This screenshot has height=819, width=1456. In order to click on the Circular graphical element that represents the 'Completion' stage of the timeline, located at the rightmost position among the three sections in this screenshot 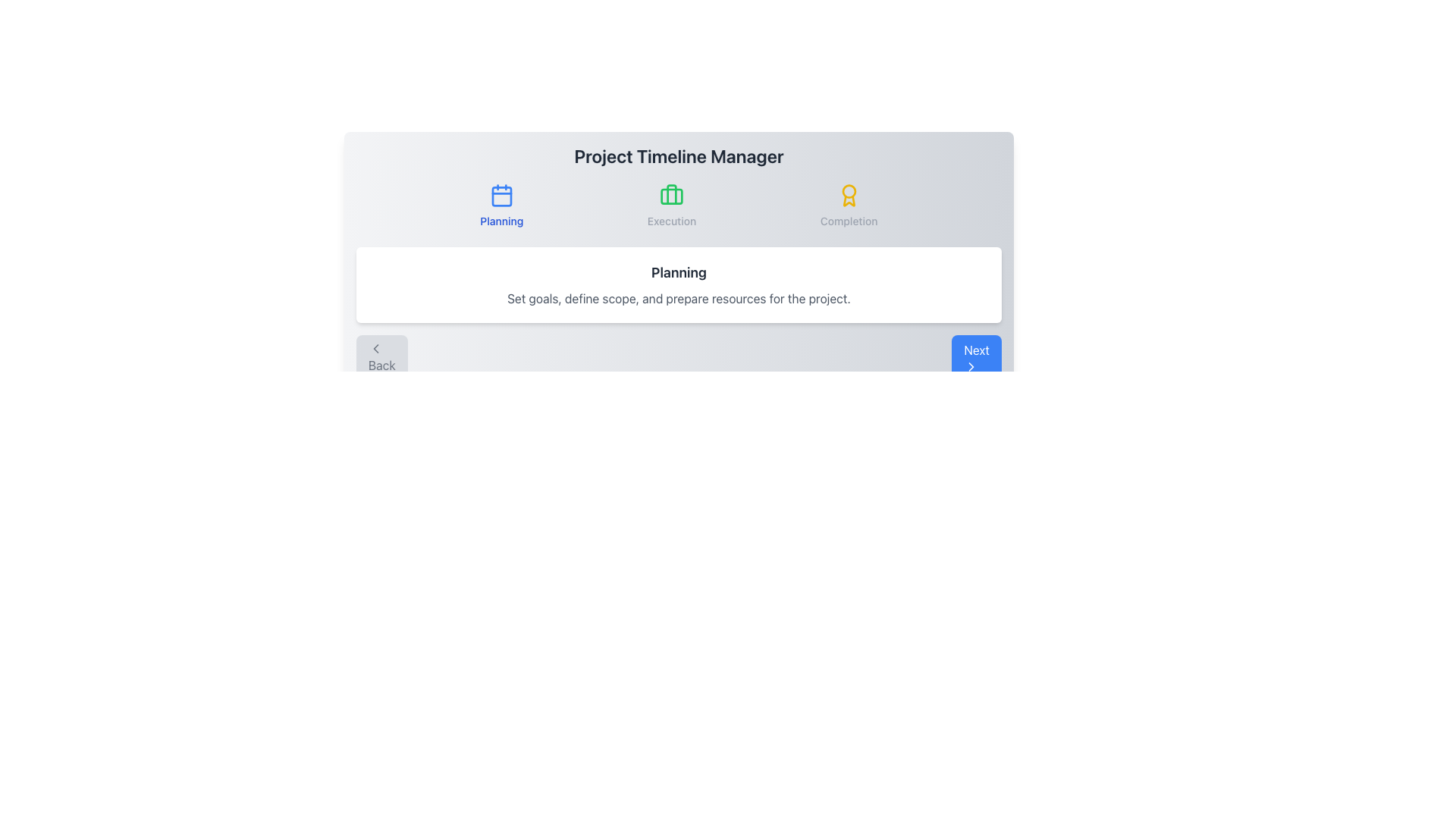, I will do `click(848, 190)`.